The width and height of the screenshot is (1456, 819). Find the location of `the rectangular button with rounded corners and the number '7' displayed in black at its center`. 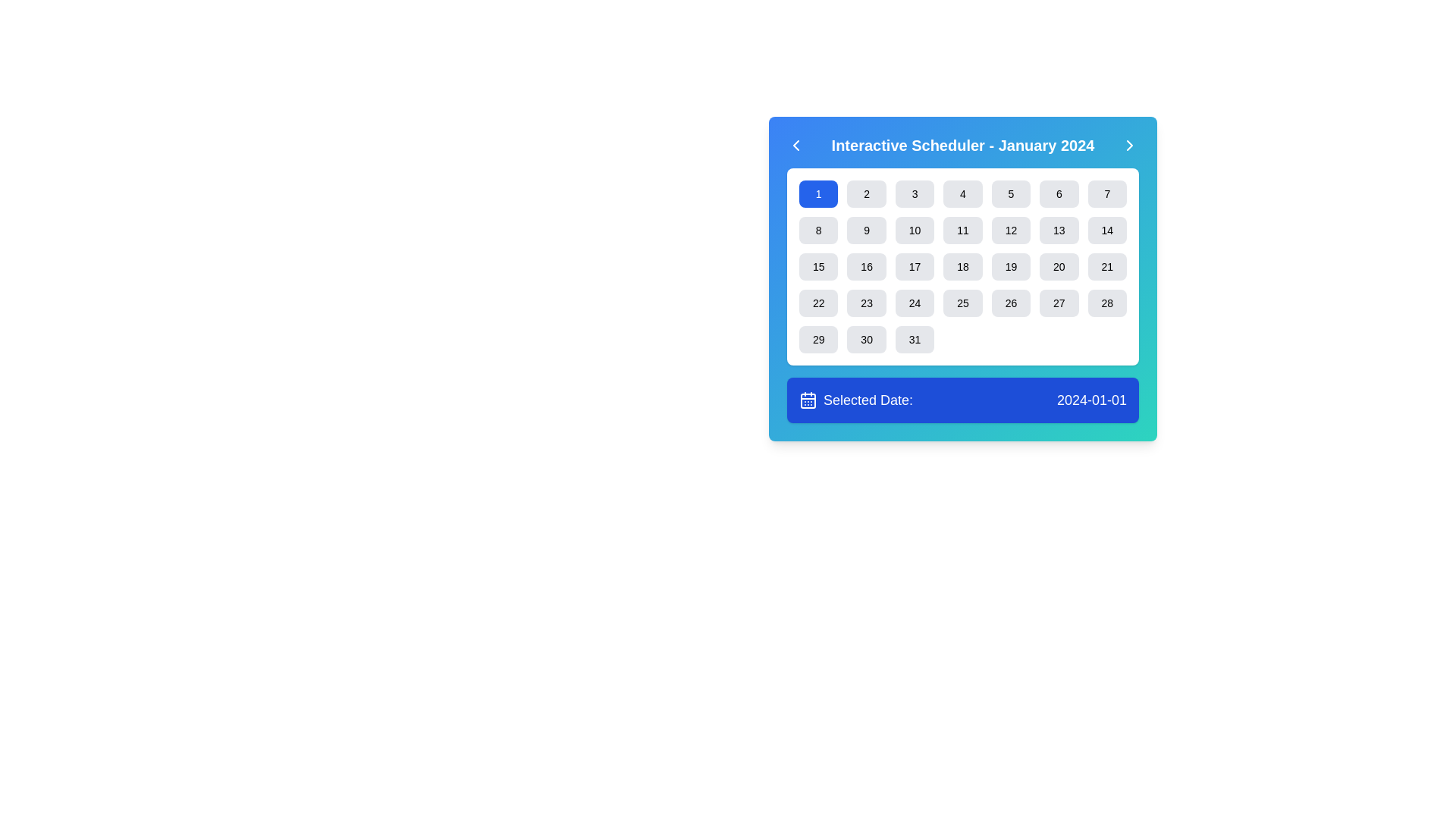

the rectangular button with rounded corners and the number '7' displayed in black at its center is located at coordinates (1107, 193).